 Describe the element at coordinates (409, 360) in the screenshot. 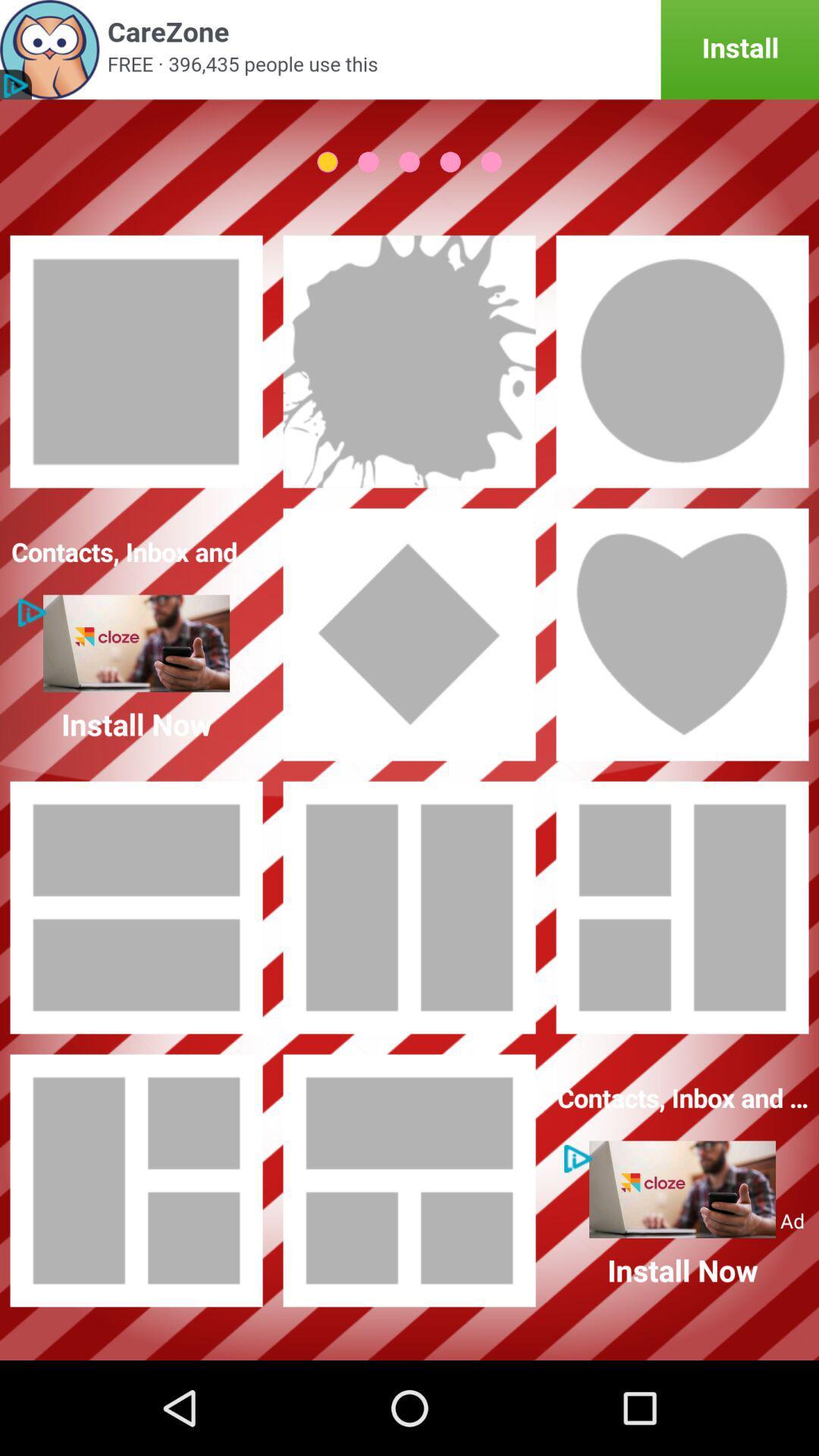

I see `frame` at that location.